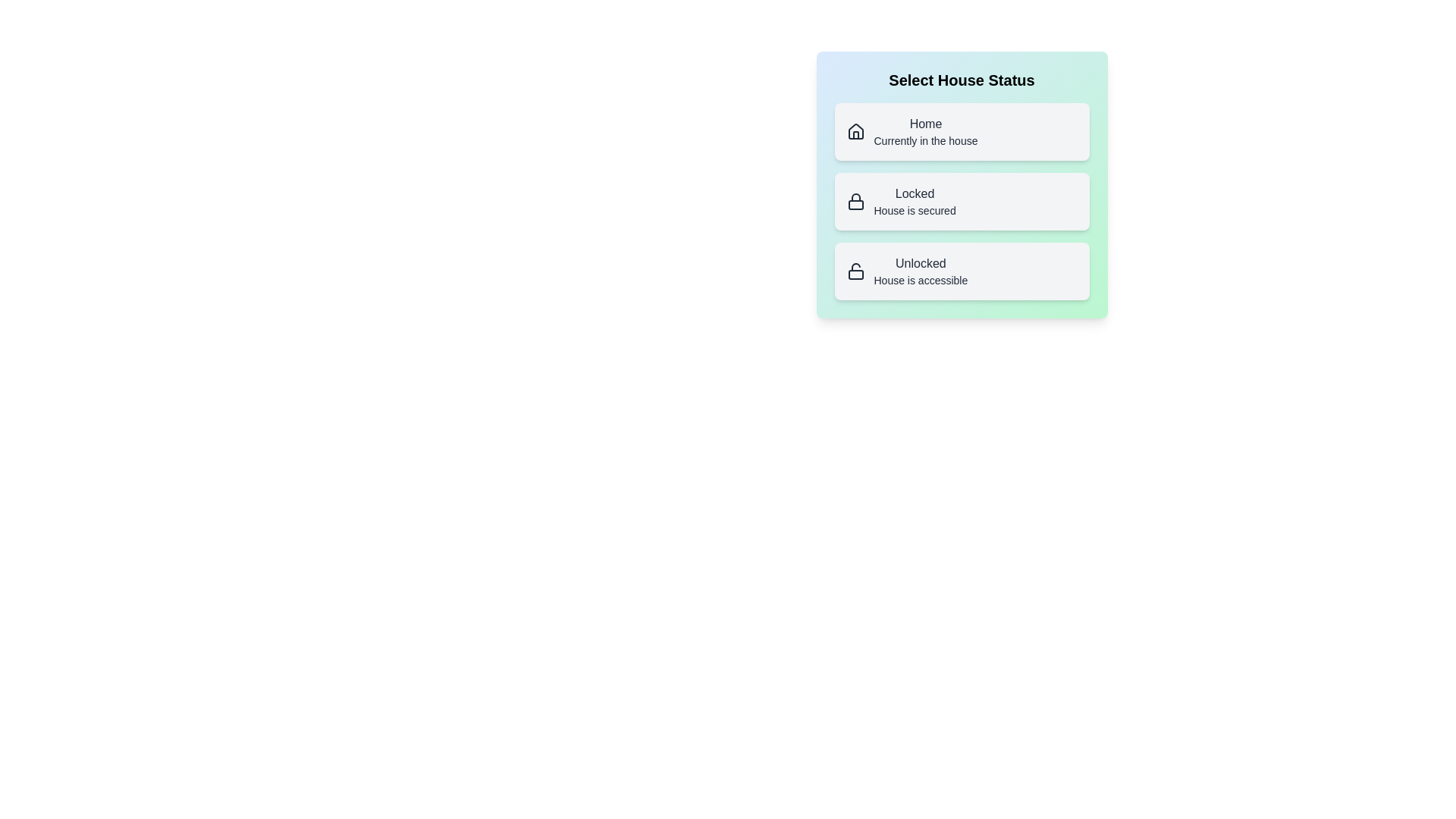 The width and height of the screenshot is (1456, 819). What do you see at coordinates (961, 201) in the screenshot?
I see `the house status by clicking on the button corresponding to Locked` at bounding box center [961, 201].